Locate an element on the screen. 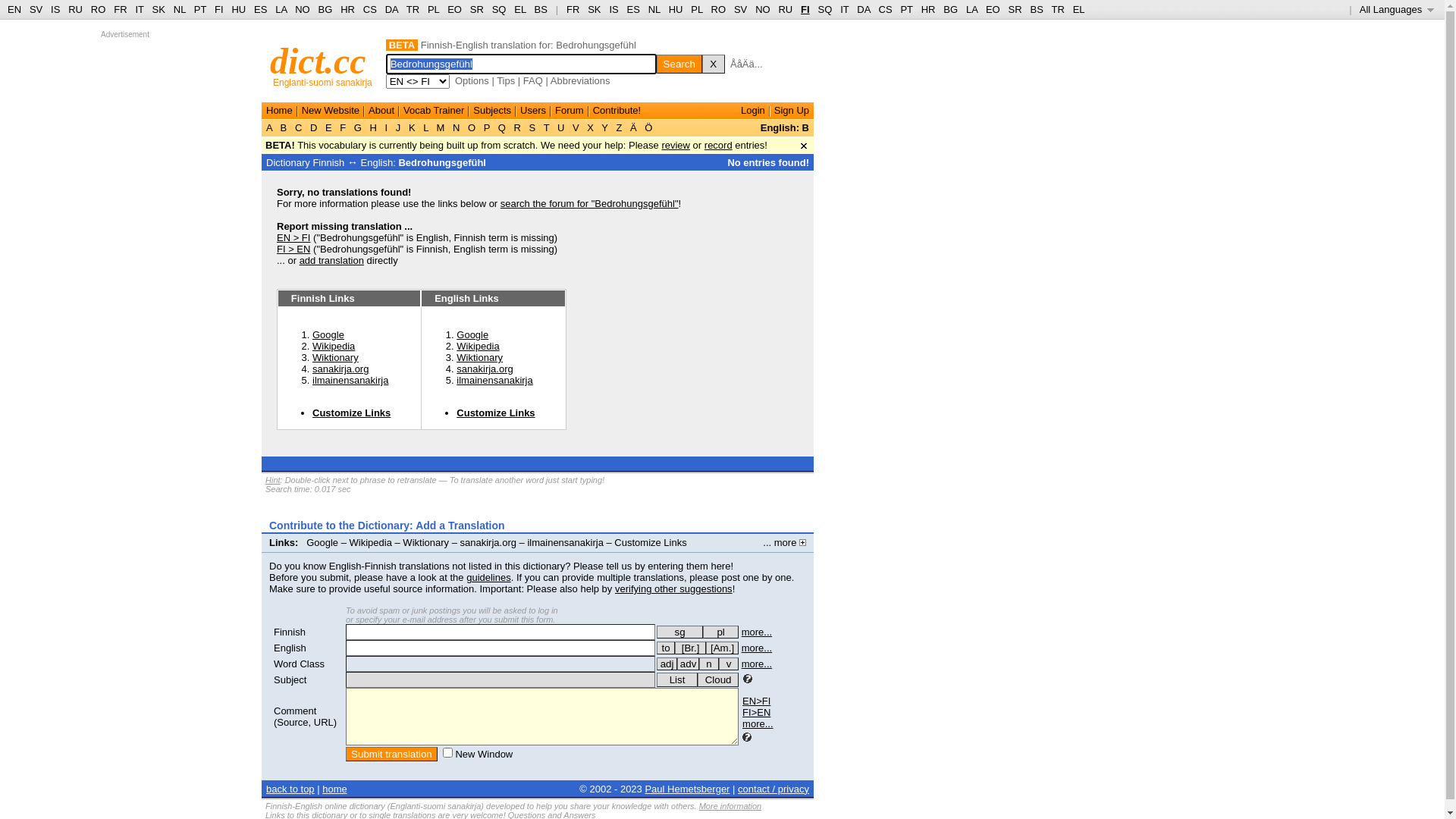  'NL' is located at coordinates (648, 9).